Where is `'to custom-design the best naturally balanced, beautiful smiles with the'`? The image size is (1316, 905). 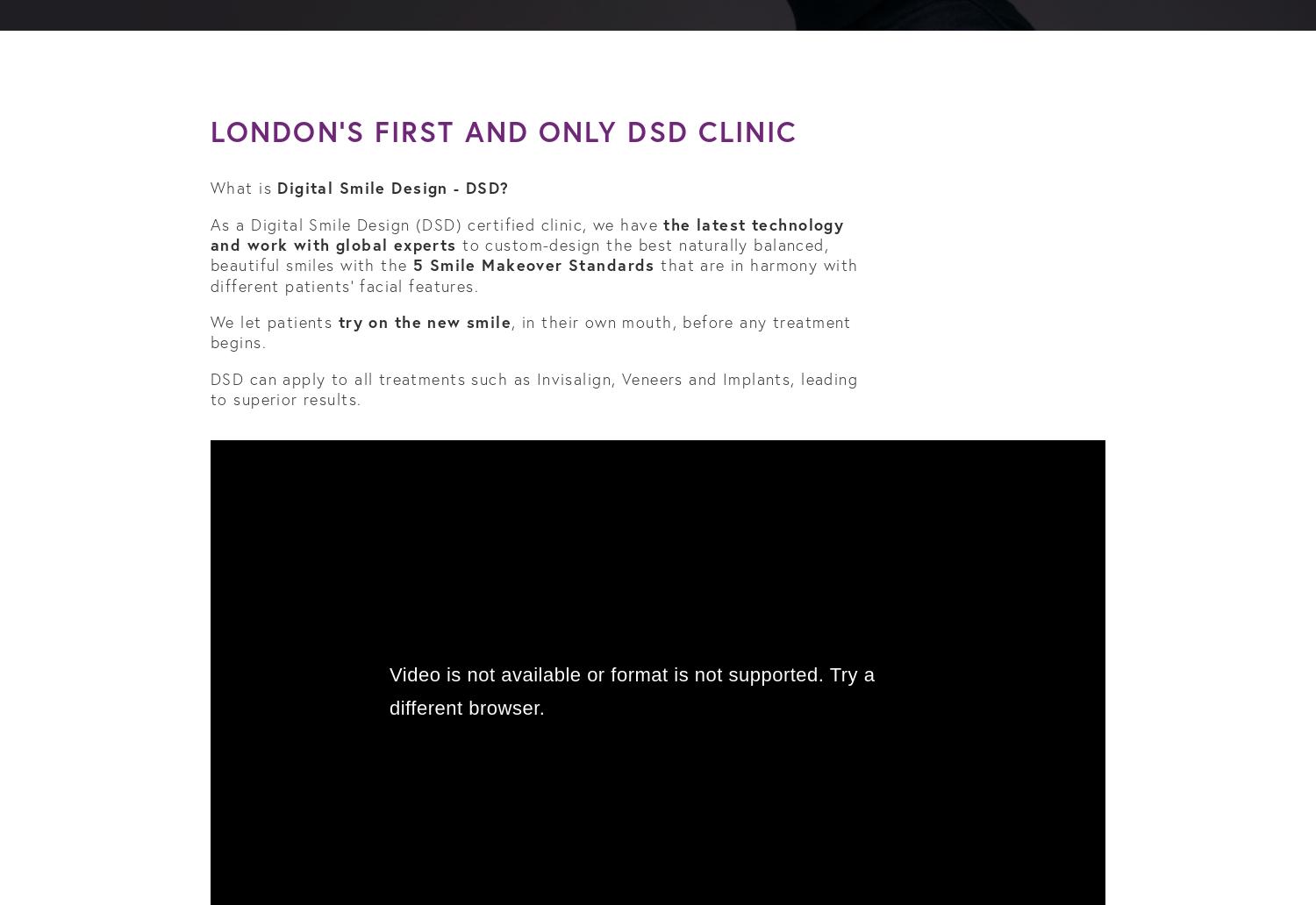 'to custom-design the best naturally balanced, beautiful smiles with the' is located at coordinates (521, 253).